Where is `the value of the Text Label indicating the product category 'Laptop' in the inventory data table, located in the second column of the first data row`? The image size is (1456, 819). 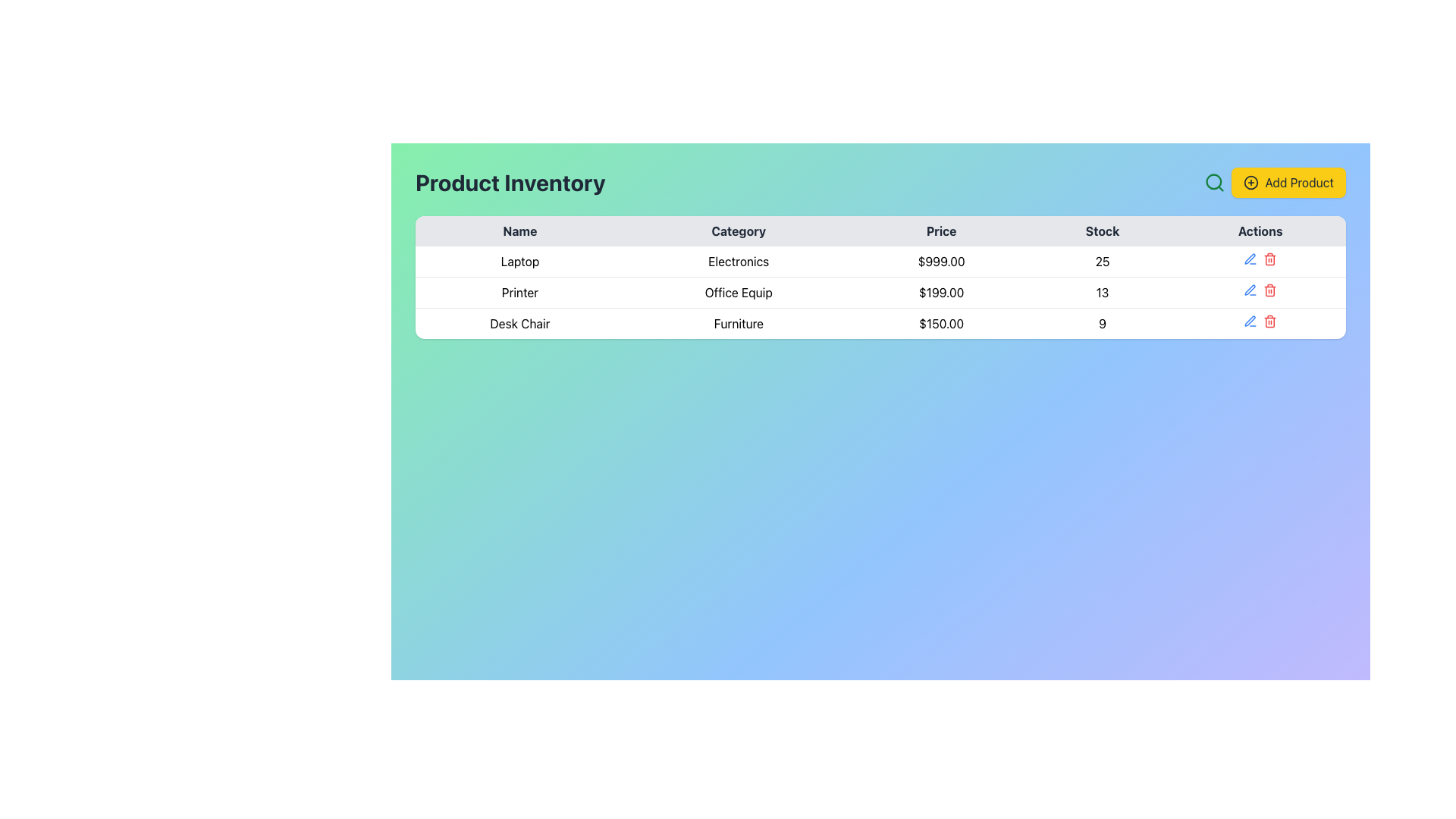
the value of the Text Label indicating the product category 'Laptop' in the inventory data table, located in the second column of the first data row is located at coordinates (739, 261).